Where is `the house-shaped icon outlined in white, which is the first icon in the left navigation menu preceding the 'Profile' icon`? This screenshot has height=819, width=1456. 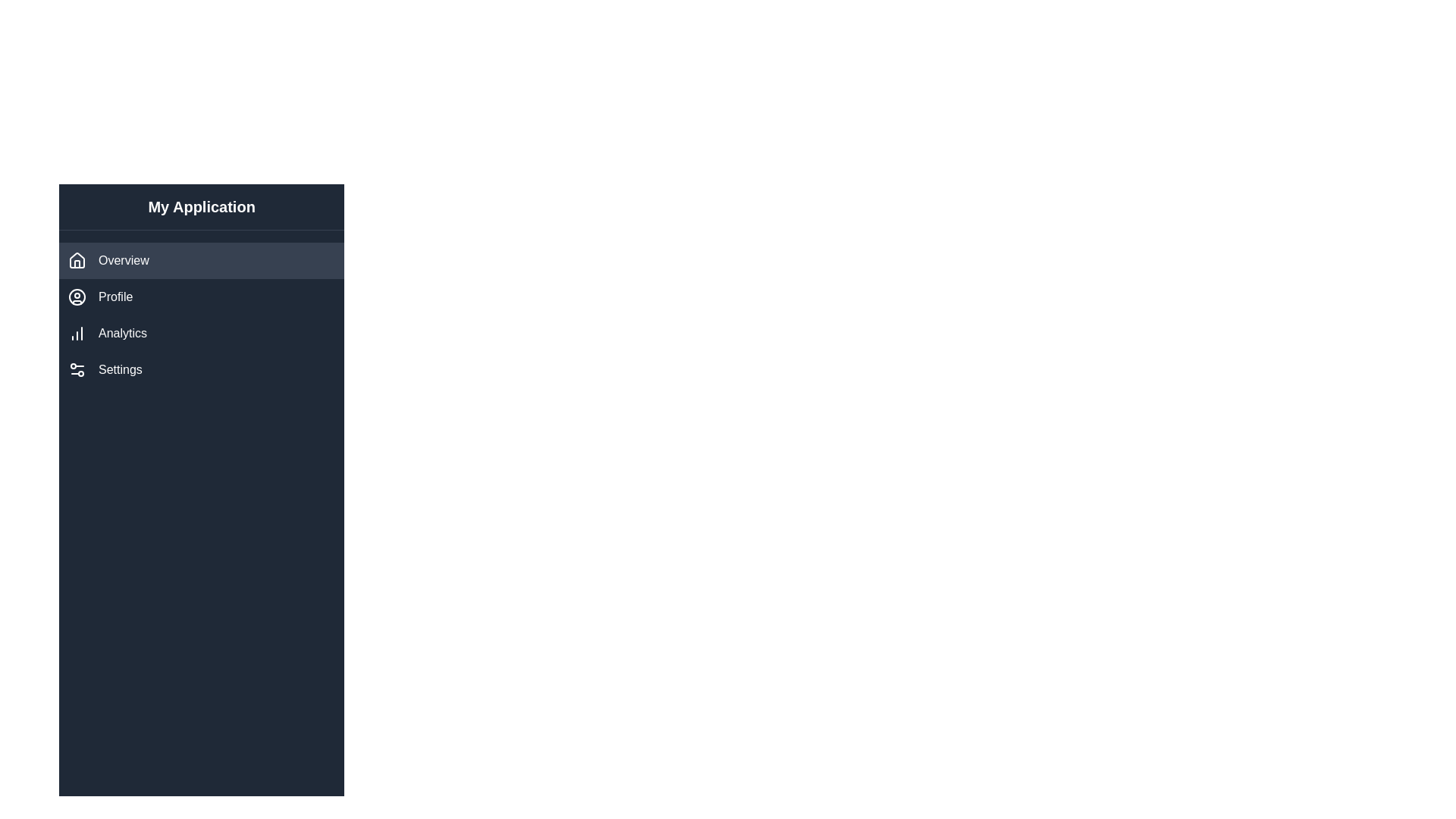 the house-shaped icon outlined in white, which is the first icon in the left navigation menu preceding the 'Profile' icon is located at coordinates (76, 259).